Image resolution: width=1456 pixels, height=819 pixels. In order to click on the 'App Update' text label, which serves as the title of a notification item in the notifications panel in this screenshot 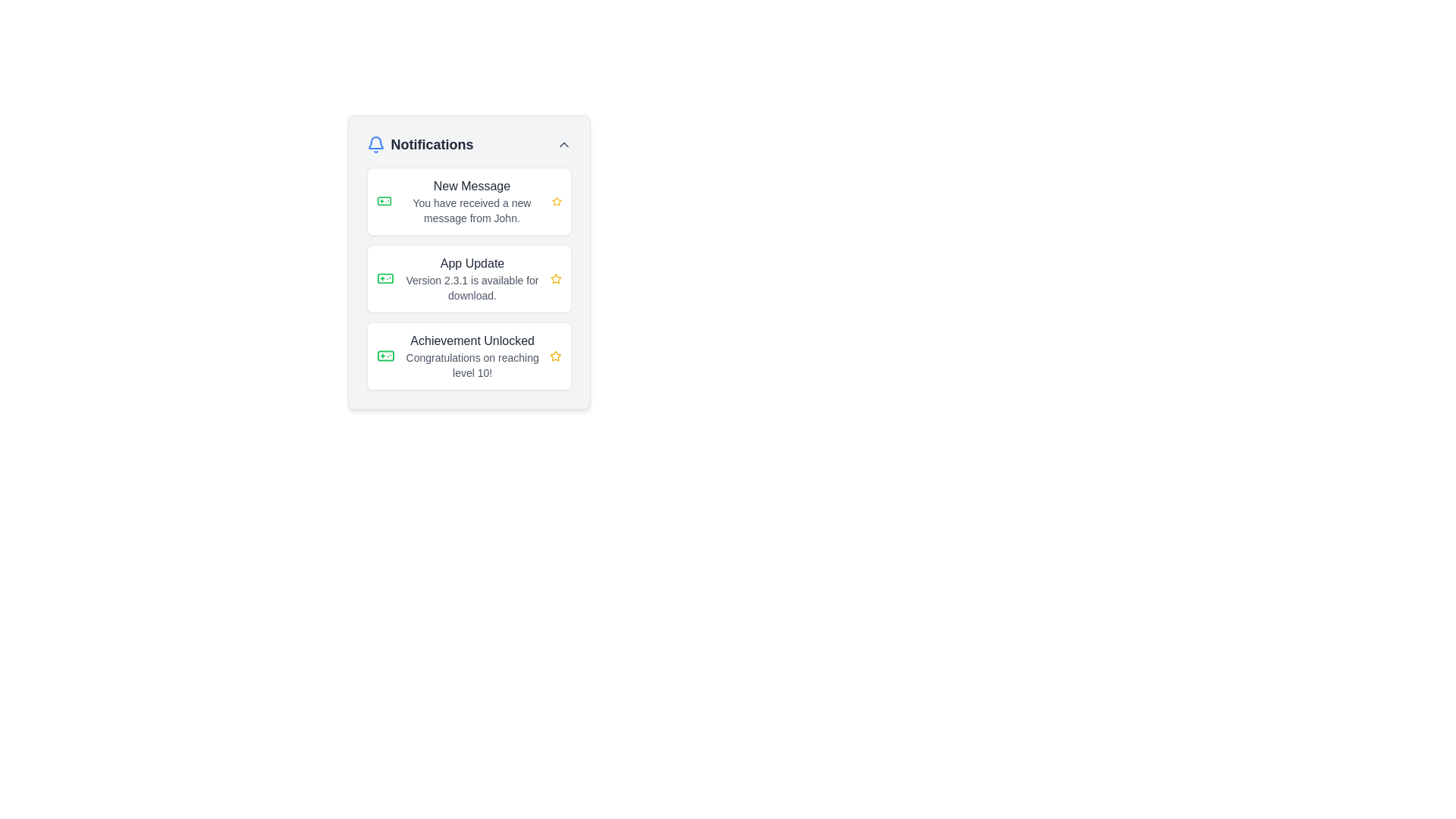, I will do `click(472, 262)`.